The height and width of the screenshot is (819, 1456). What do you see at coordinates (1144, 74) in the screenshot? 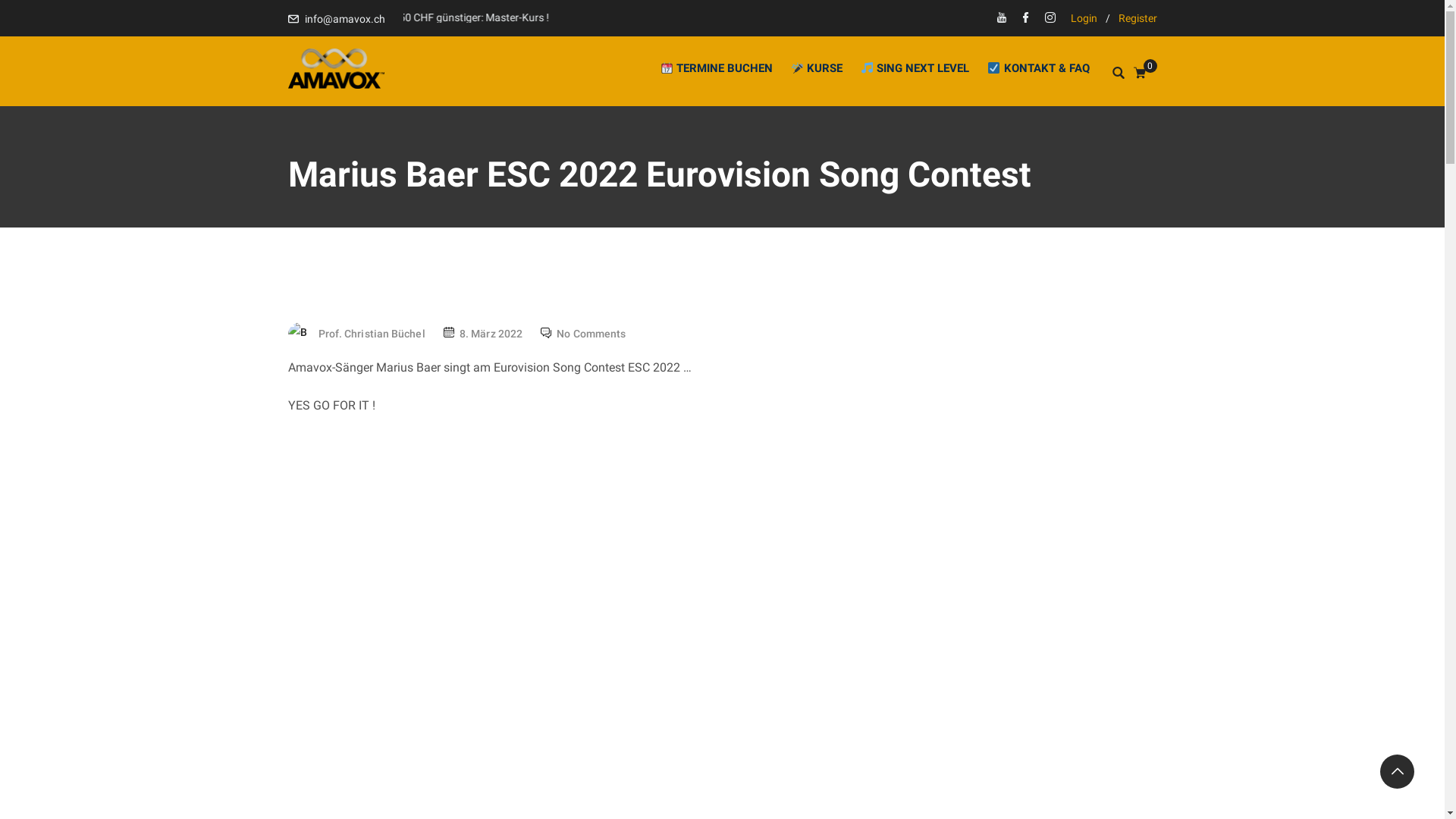
I see `'0'` at bounding box center [1144, 74].